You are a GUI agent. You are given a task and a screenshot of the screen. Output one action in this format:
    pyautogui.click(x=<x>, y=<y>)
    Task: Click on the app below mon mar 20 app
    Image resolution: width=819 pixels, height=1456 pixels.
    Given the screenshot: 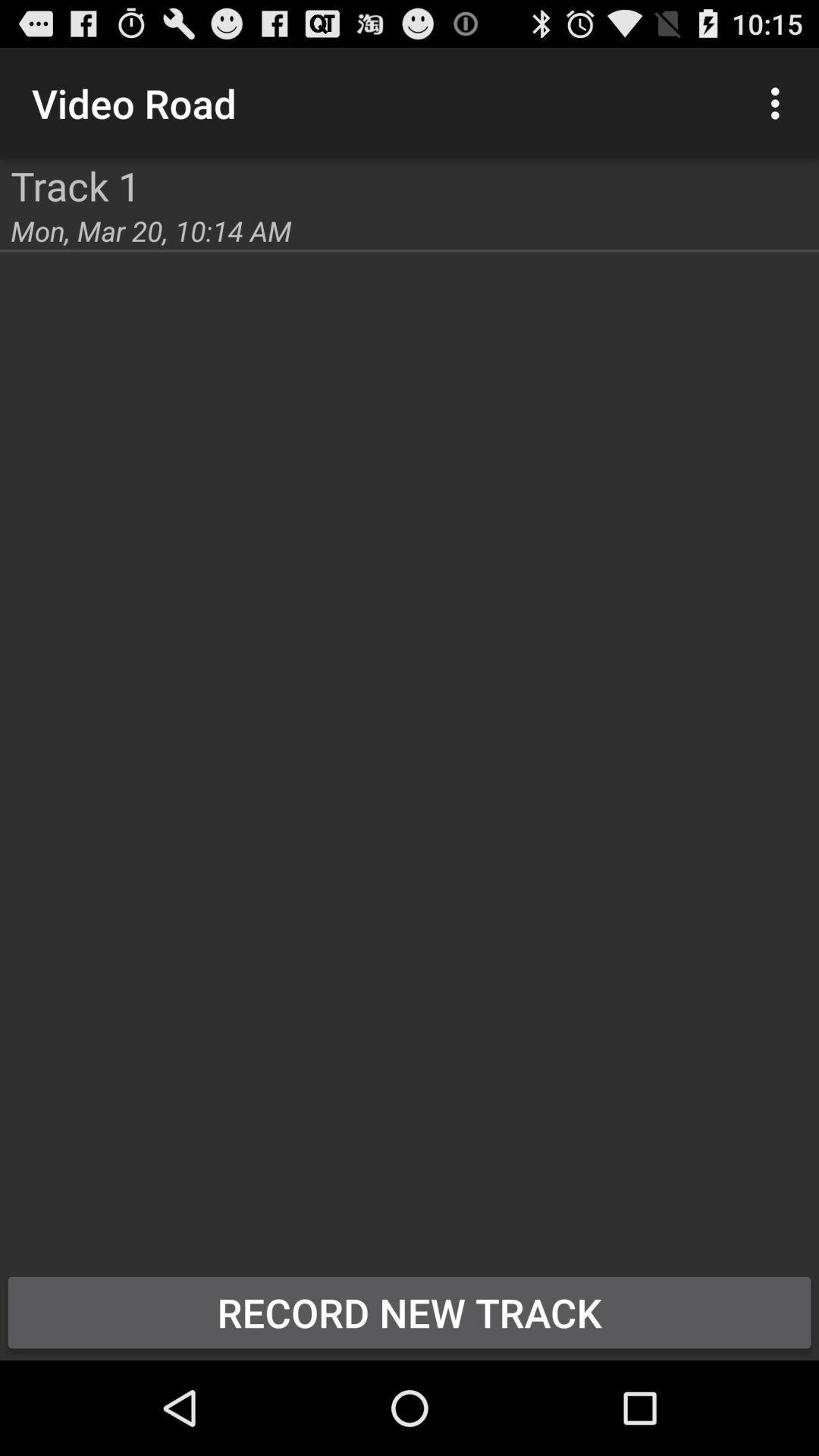 What is the action you would take?
    pyautogui.click(x=409, y=1312)
    